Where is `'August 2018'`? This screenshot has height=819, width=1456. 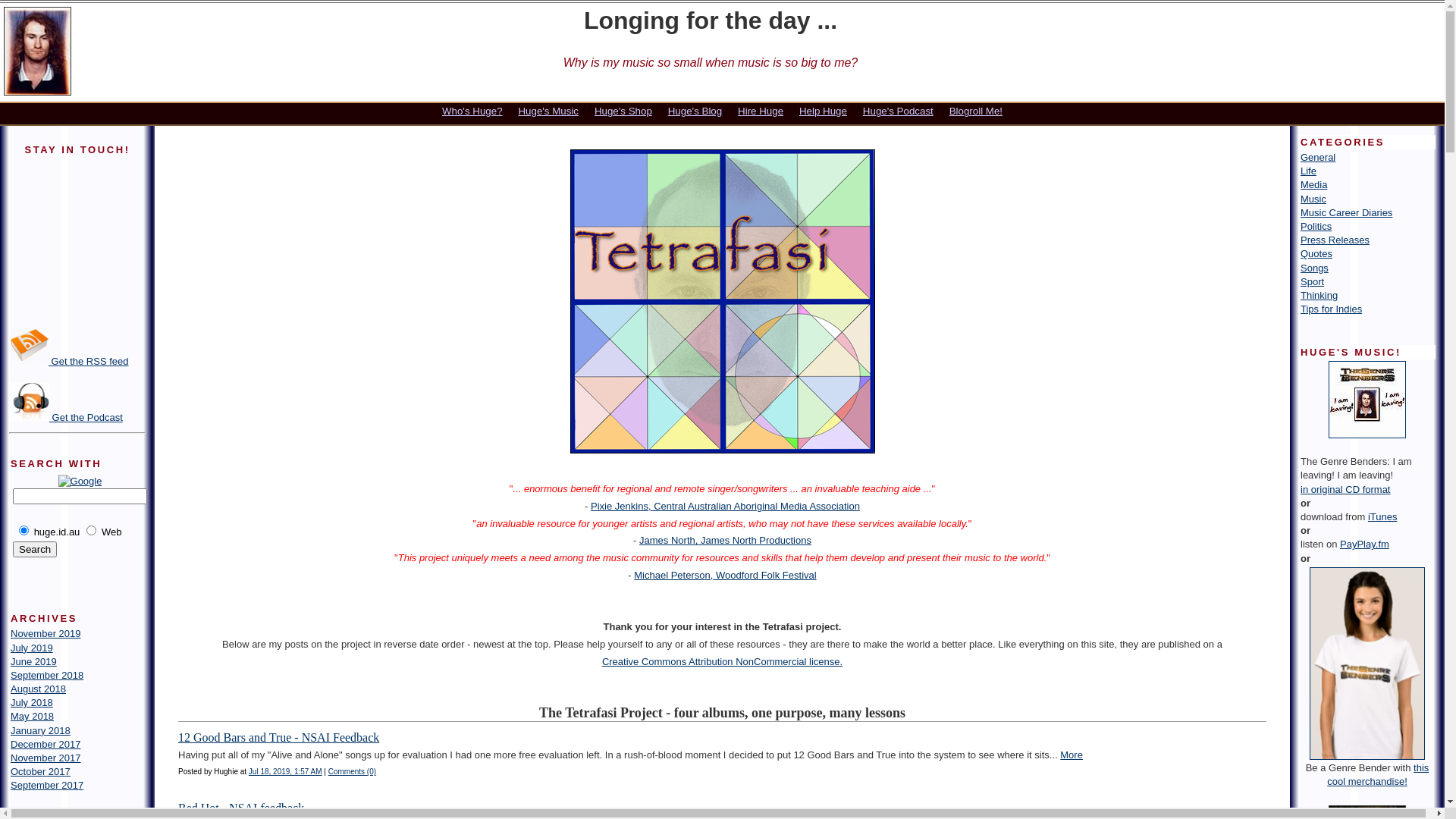
'August 2018' is located at coordinates (38, 689).